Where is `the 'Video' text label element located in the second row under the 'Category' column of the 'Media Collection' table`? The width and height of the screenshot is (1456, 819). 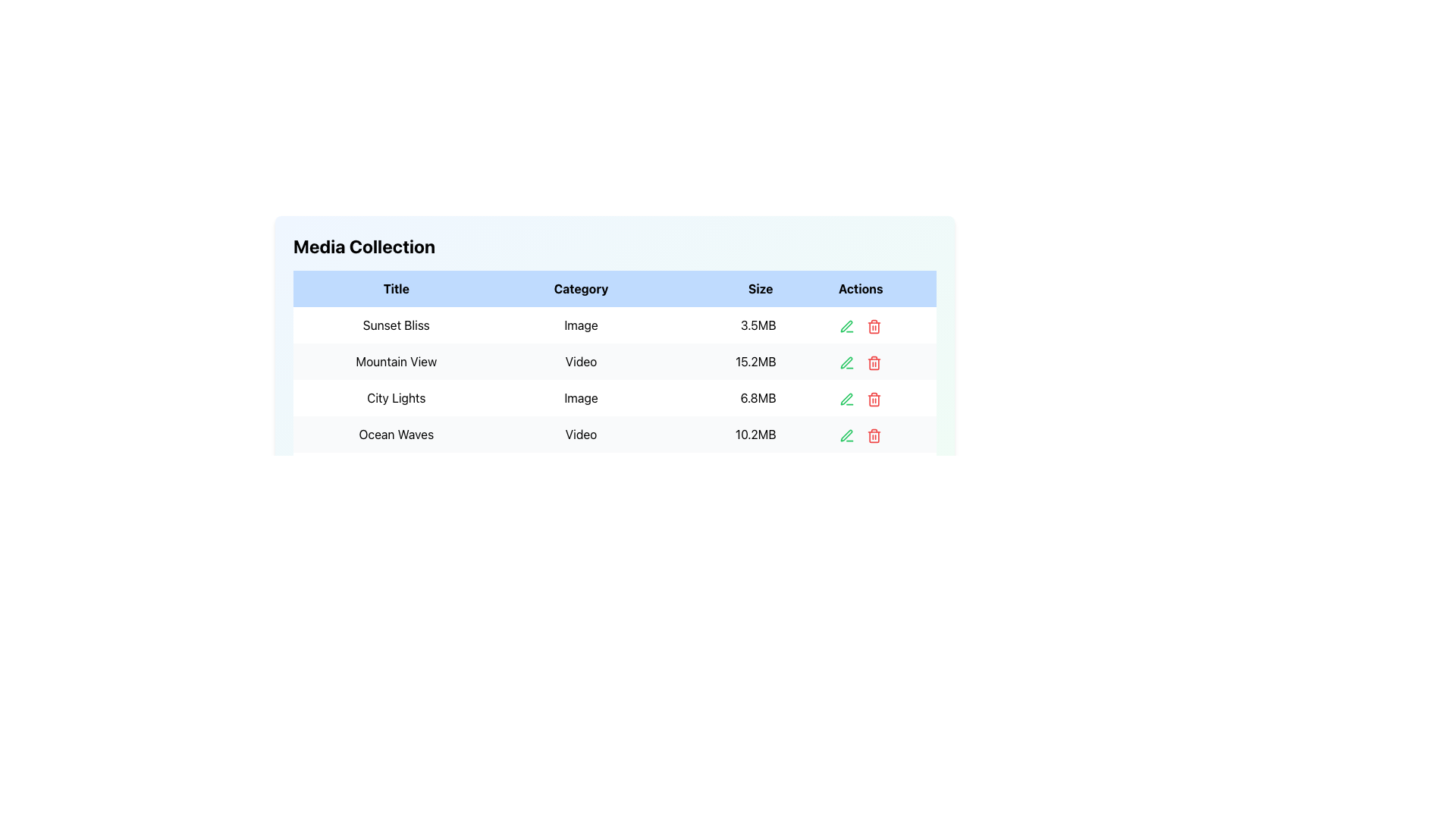
the 'Video' text label element located in the second row under the 'Category' column of the 'Media Collection' table is located at coordinates (580, 362).